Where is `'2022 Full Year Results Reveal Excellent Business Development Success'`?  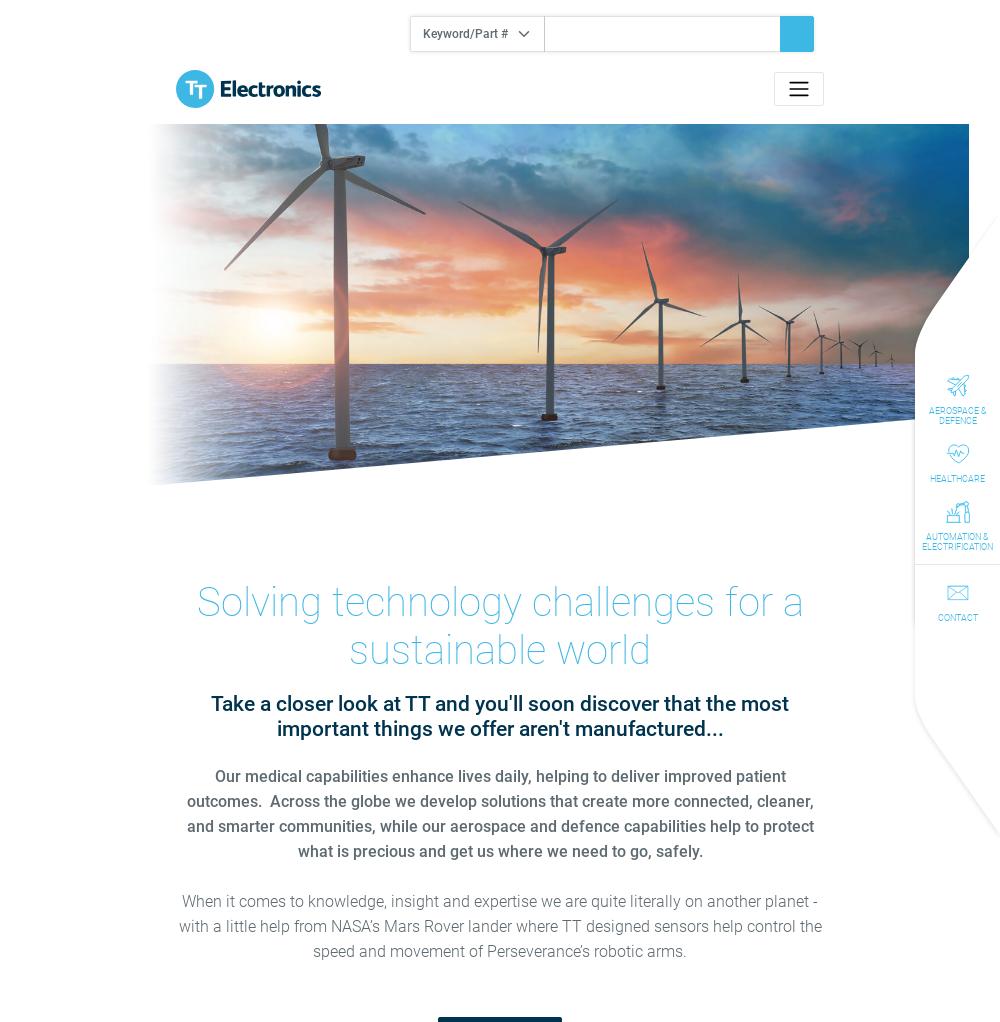
'2022 Full Year Results Reveal Excellent Business Development Success' is located at coordinates (180, 395).